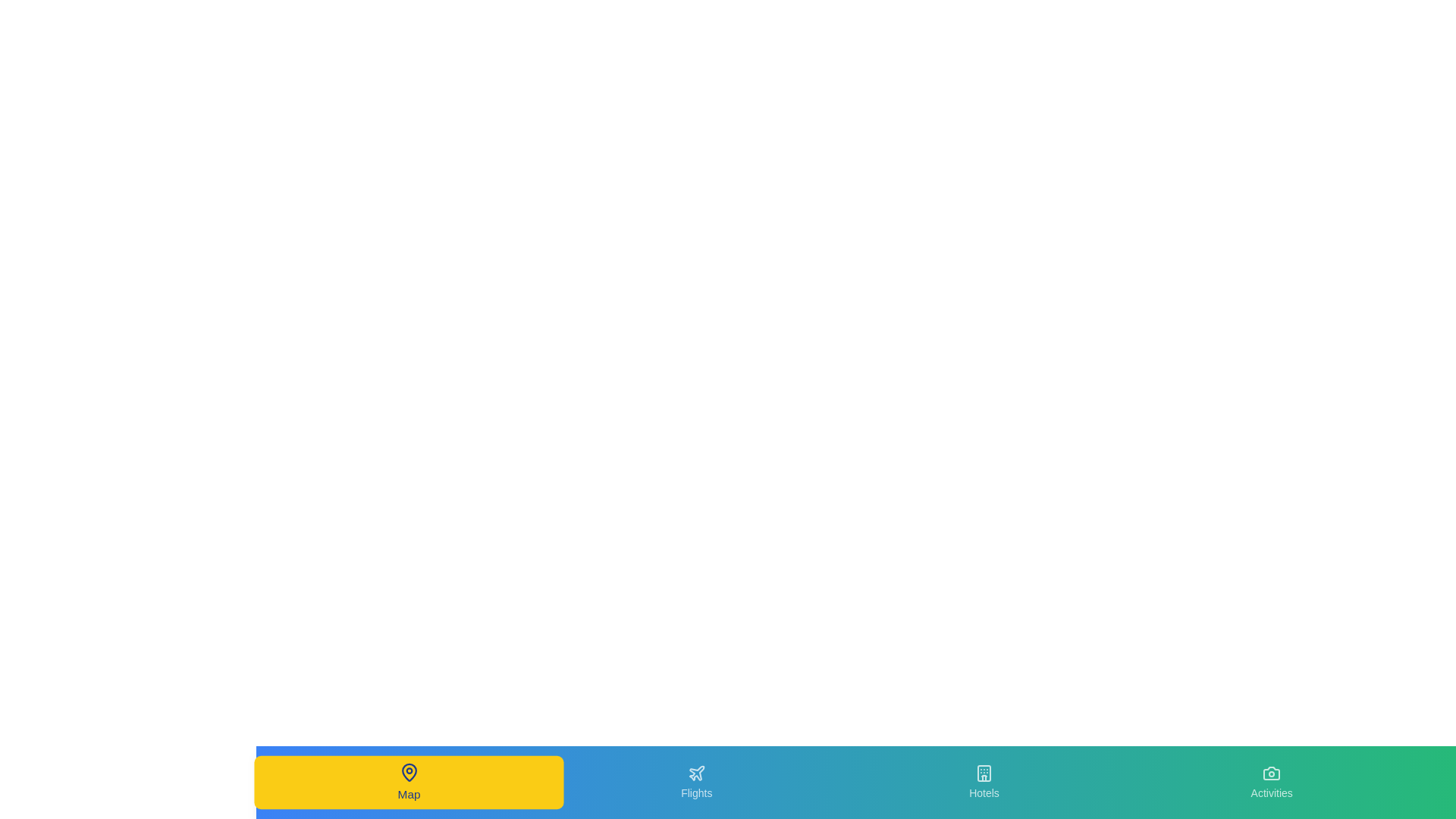 The image size is (1456, 819). What do you see at coordinates (409, 783) in the screenshot?
I see `the Map navigation tab to change the view` at bounding box center [409, 783].